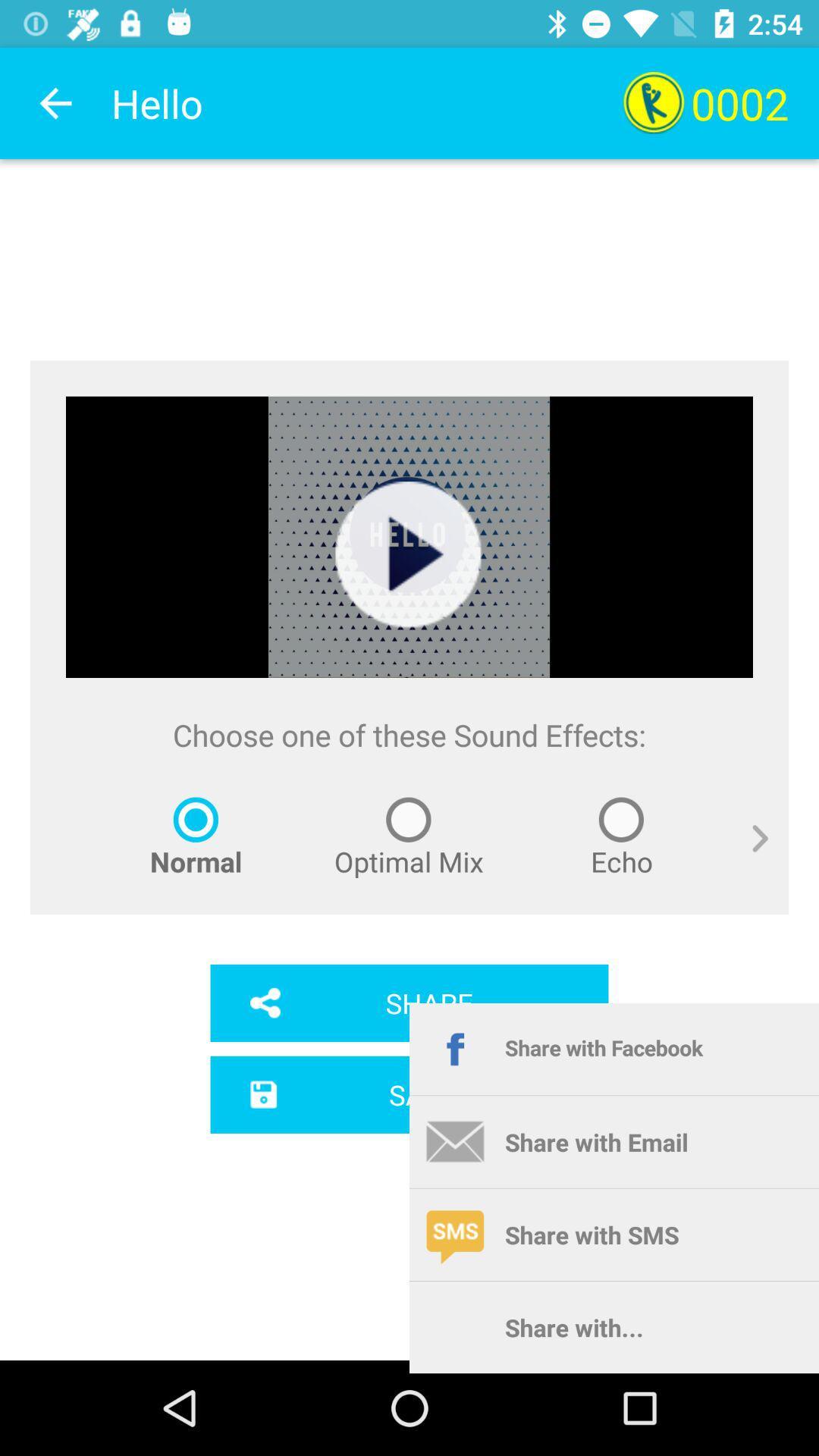 Image resolution: width=819 pixels, height=1456 pixels. Describe the element at coordinates (55, 102) in the screenshot. I see `app next to the hello app` at that location.